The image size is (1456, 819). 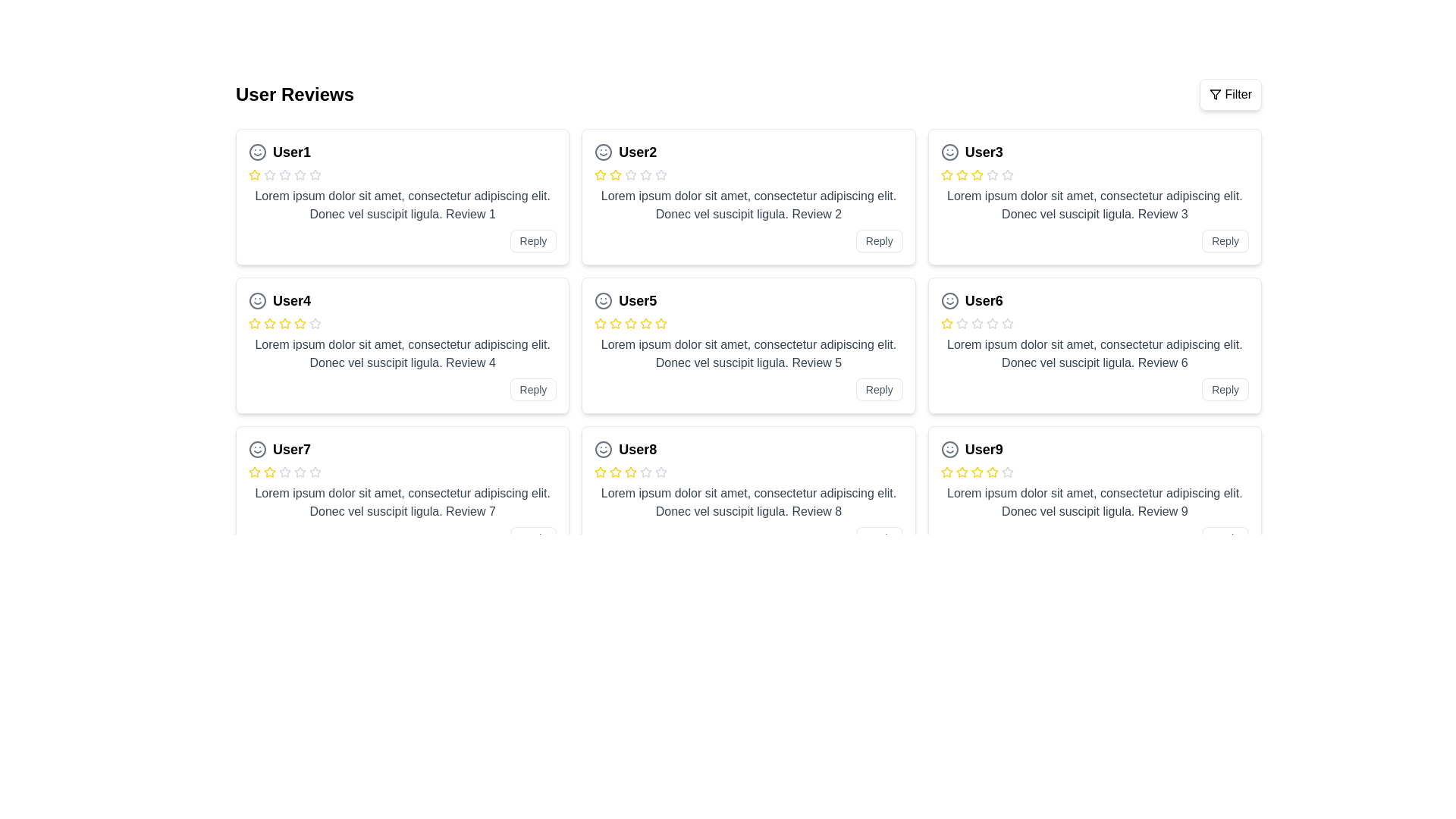 I want to click on the yellow star icon, which is the third in a sequence of six stars used for rating in the review layout for 'User4', positioned in the second row, left of the text, so click(x=269, y=323).